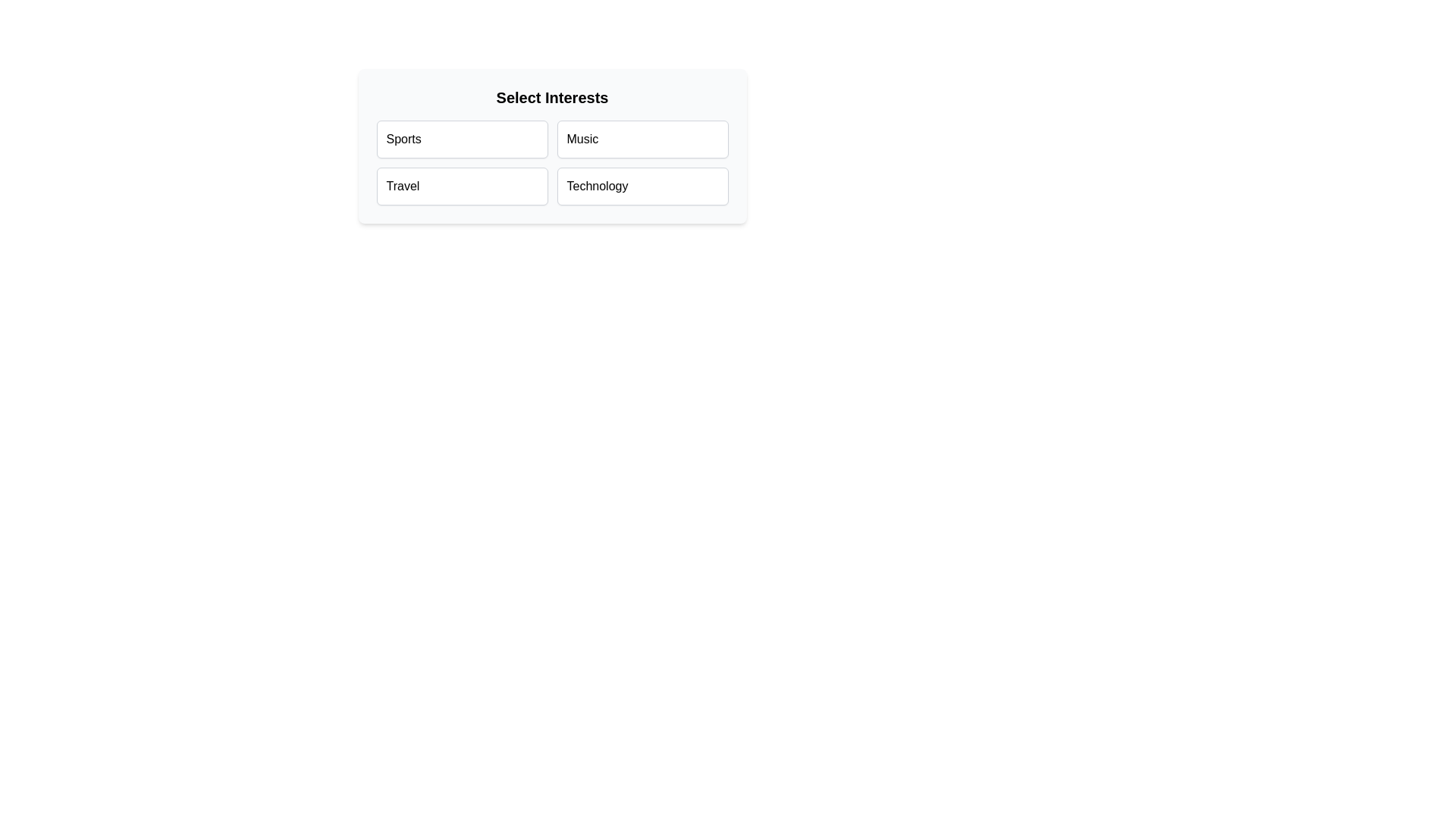 The image size is (1456, 819). I want to click on the chip labeled Sports, so click(461, 140).